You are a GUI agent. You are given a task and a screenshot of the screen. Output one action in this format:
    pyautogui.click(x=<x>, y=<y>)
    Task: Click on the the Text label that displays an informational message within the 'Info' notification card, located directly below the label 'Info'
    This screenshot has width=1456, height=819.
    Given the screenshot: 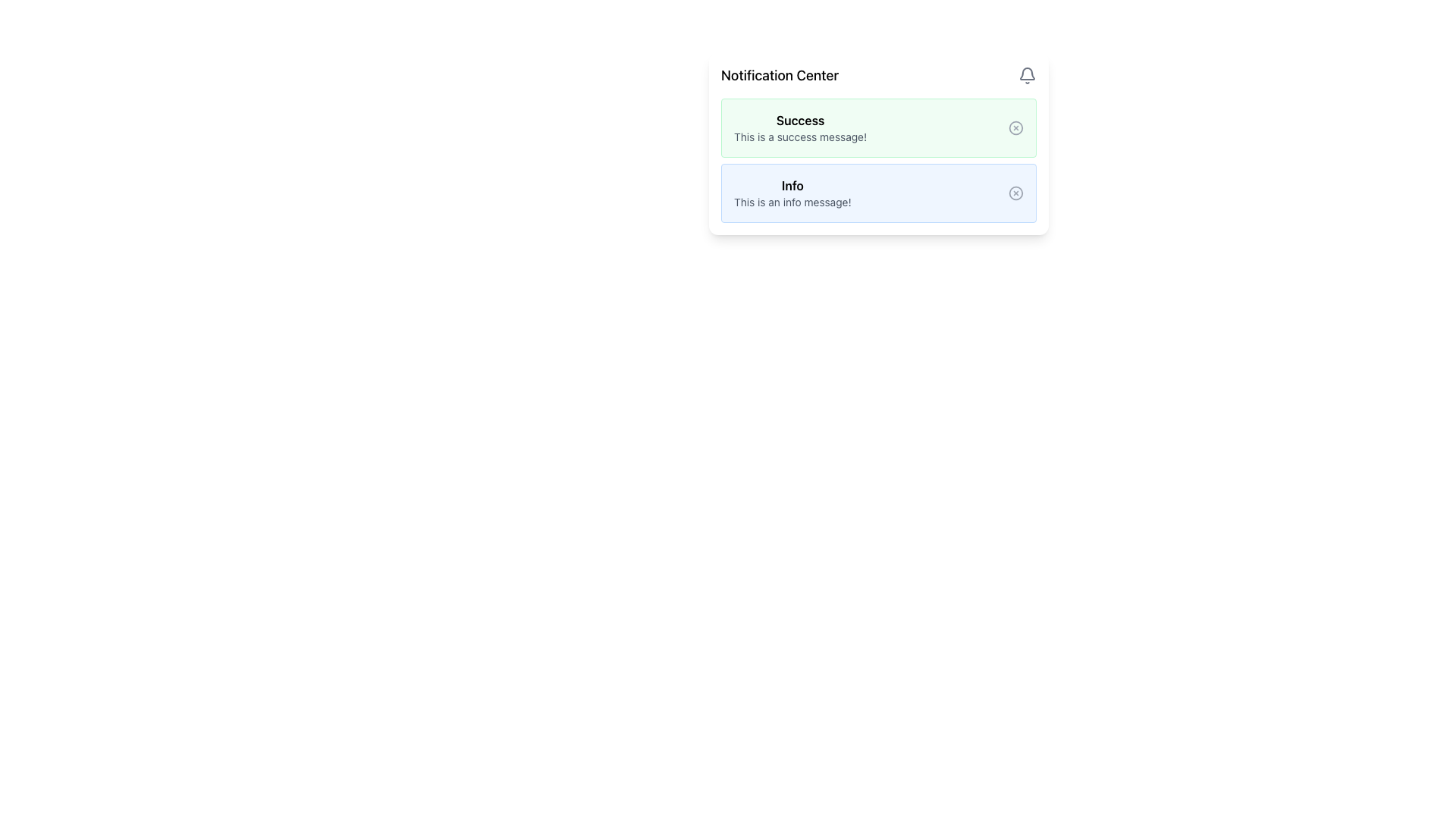 What is the action you would take?
    pyautogui.click(x=792, y=201)
    